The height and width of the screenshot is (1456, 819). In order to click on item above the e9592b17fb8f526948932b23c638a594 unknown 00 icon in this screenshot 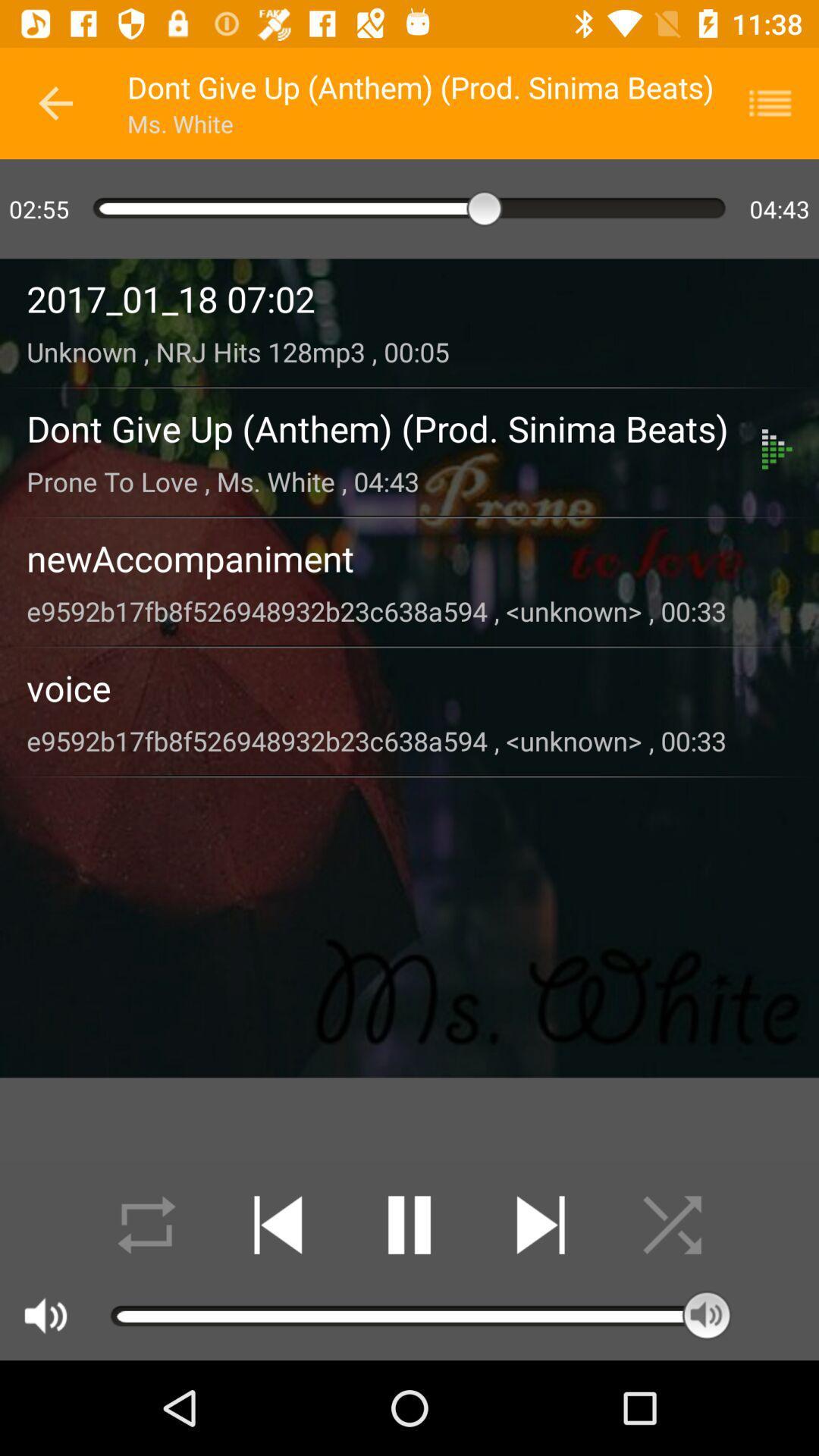, I will do `click(409, 687)`.